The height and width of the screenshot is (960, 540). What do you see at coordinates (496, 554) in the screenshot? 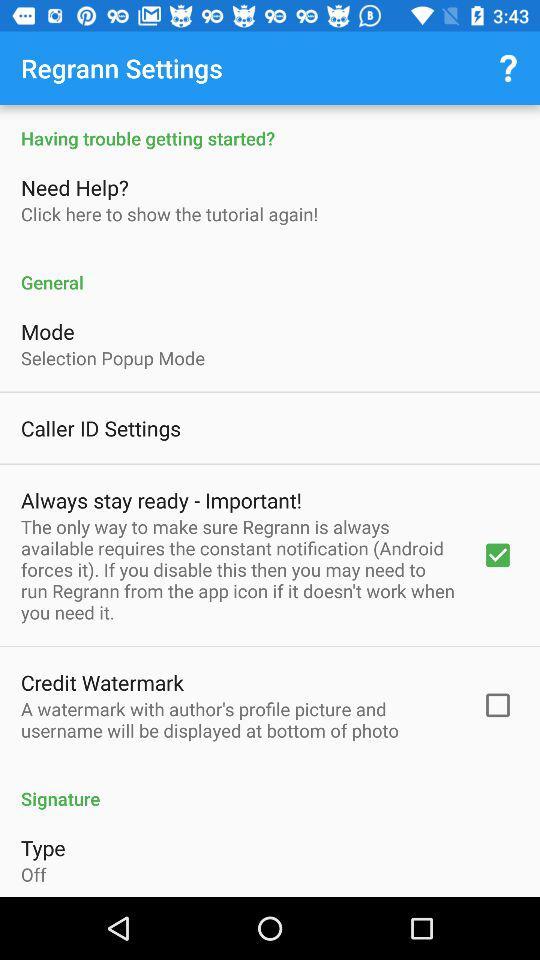
I see `the white tick in green background` at bounding box center [496, 554].